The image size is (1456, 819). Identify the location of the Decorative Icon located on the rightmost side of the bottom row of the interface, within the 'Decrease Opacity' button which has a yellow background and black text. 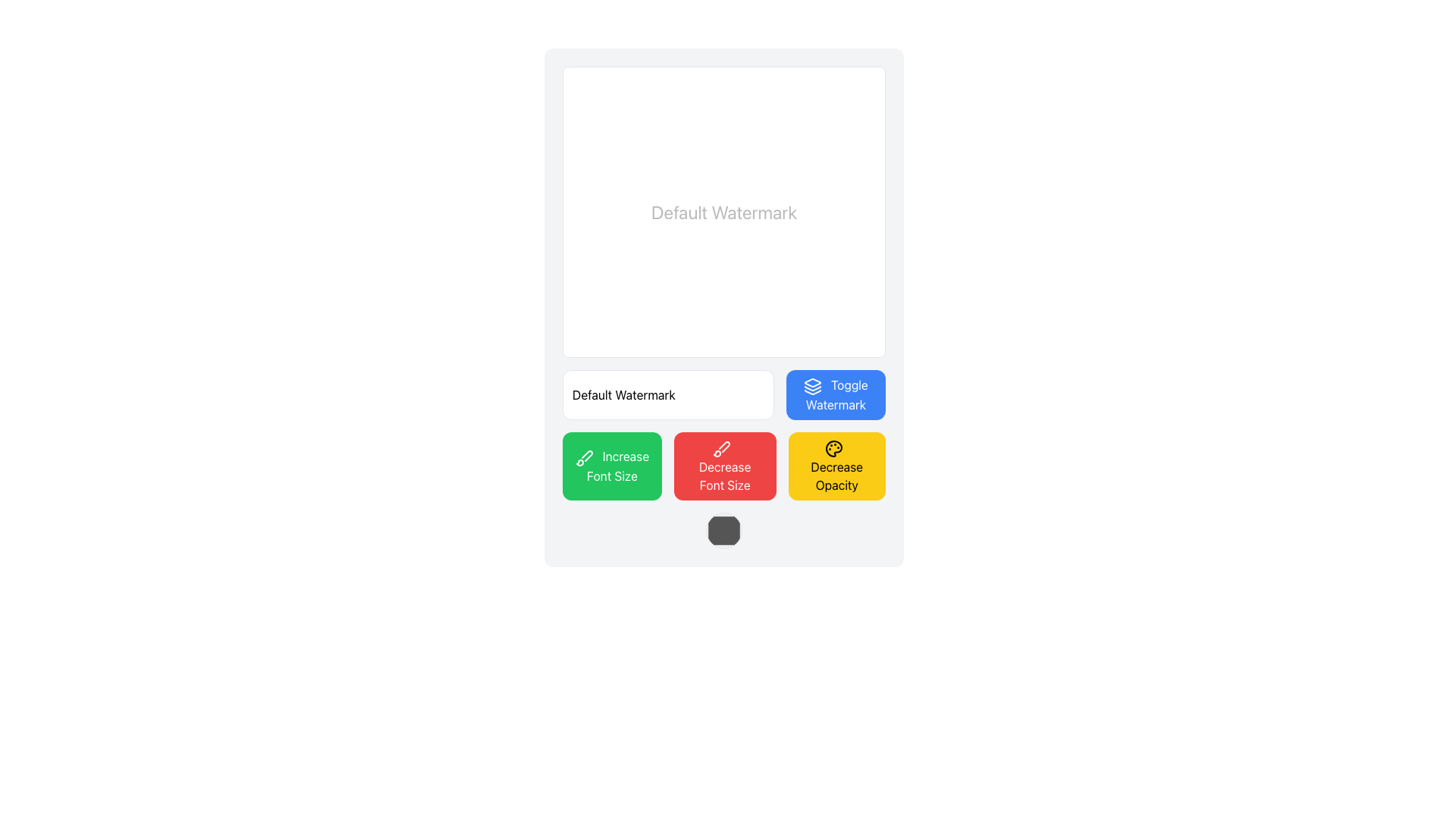
(833, 447).